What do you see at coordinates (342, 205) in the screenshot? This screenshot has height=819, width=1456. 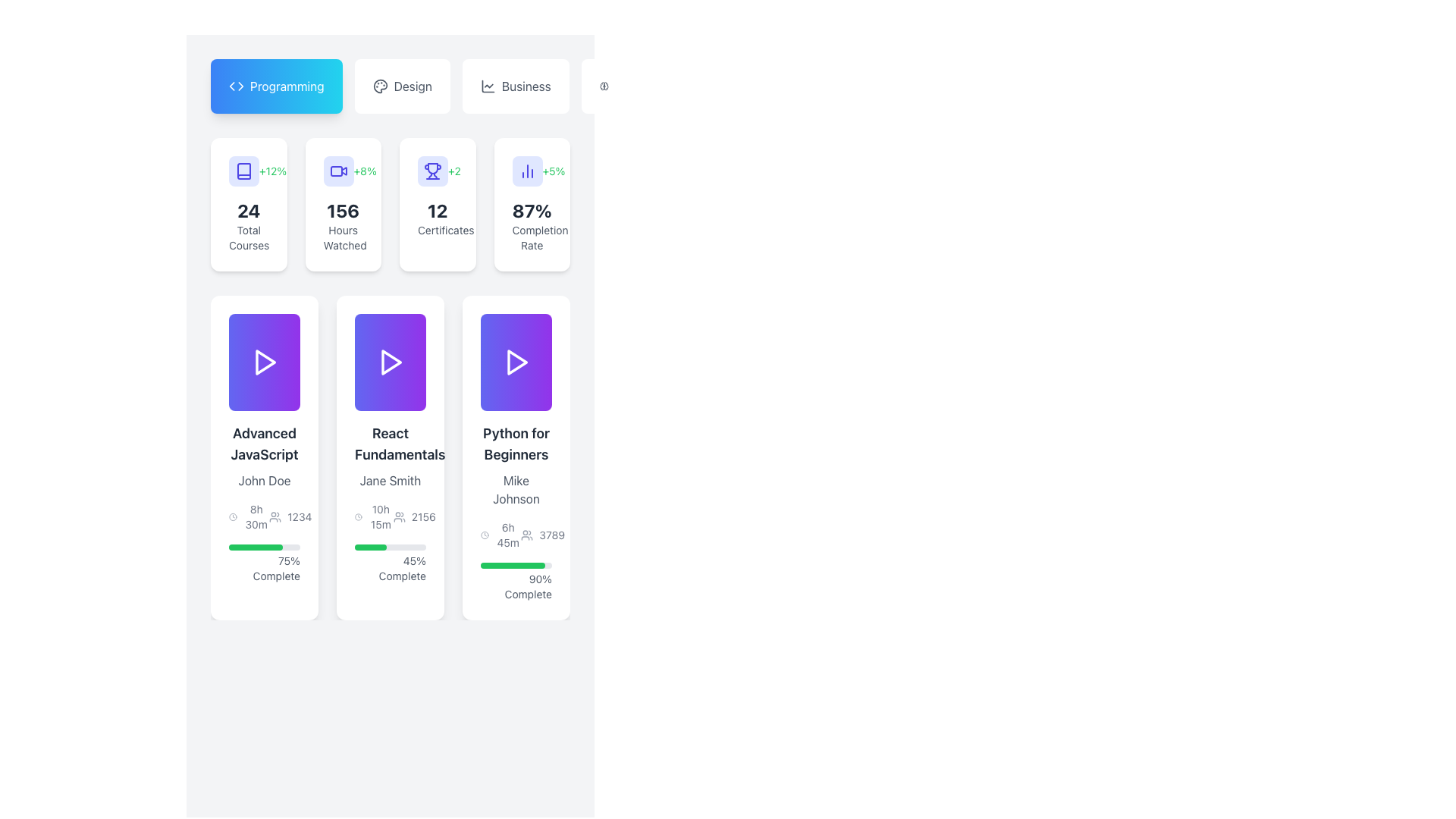 I see `the information displayed on the second Display card, which includes a camera icon, a green '+8%' label, the number '156' in bold, and the text 'Hours Watched'` at bounding box center [342, 205].